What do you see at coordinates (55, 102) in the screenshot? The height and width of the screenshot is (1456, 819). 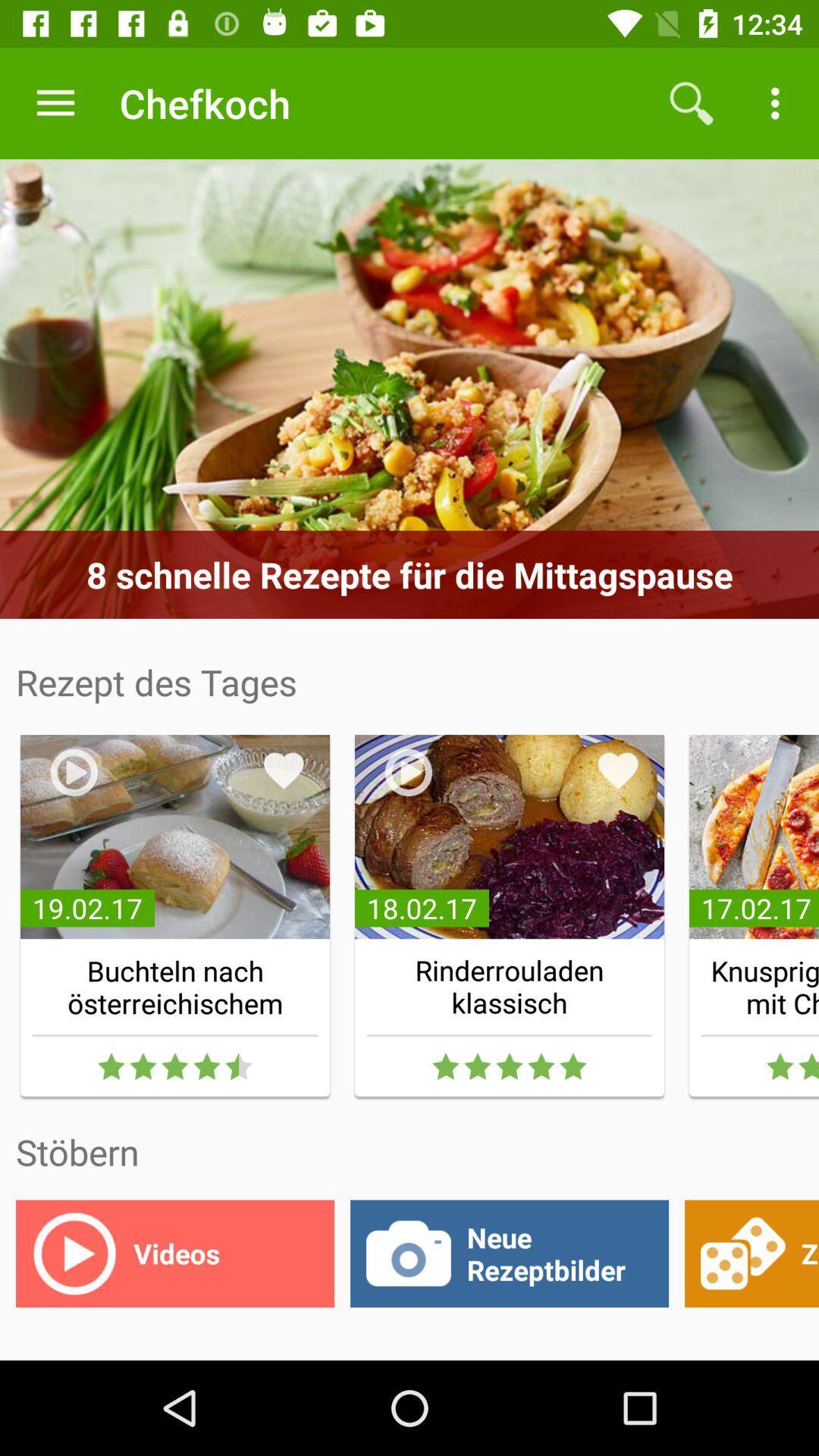 I see `app next to chefkoch icon` at bounding box center [55, 102].